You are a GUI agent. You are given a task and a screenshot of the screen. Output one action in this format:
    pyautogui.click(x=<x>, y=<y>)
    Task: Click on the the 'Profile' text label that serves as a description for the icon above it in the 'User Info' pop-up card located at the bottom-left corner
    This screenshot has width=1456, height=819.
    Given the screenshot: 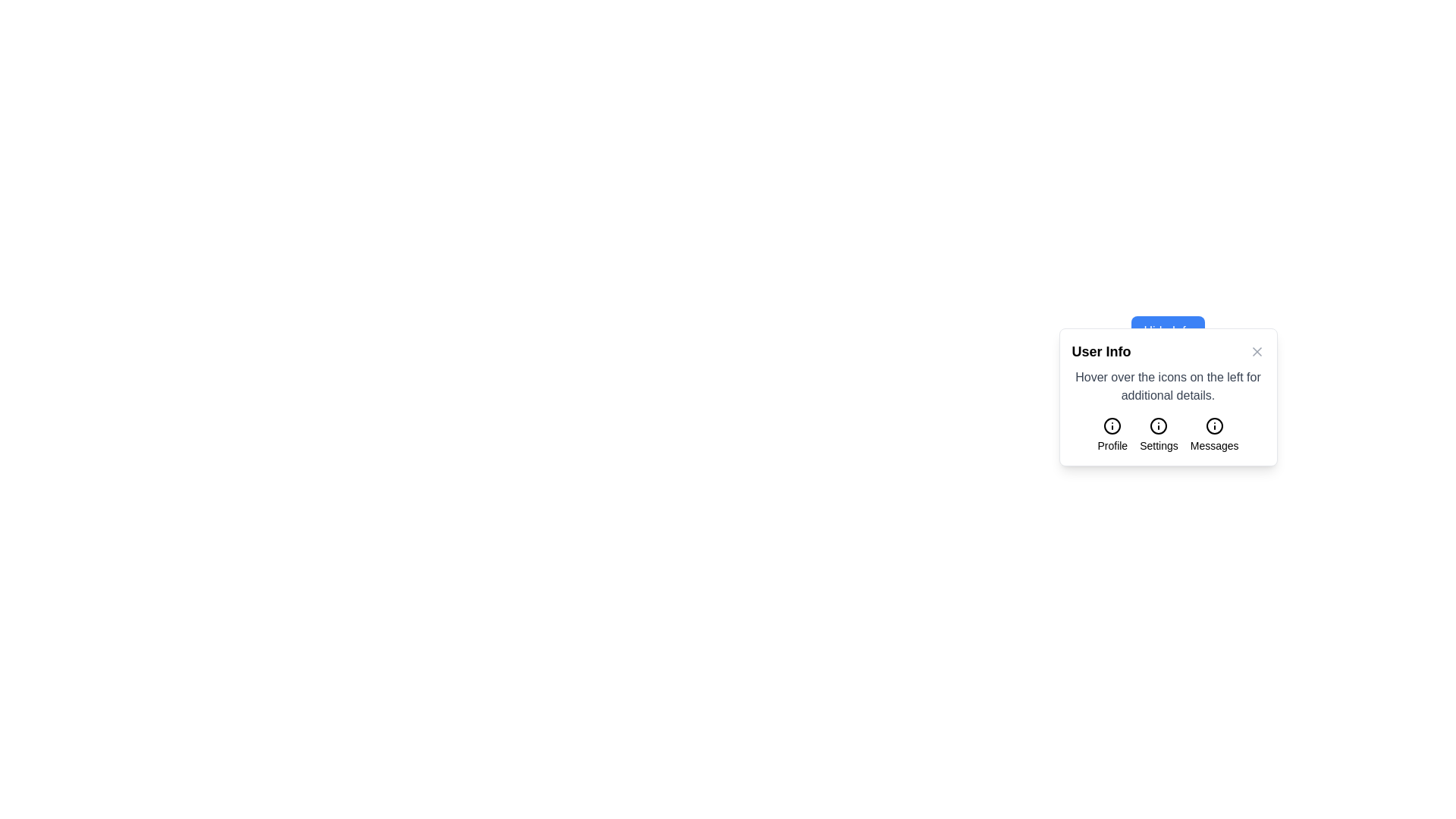 What is the action you would take?
    pyautogui.click(x=1112, y=444)
    